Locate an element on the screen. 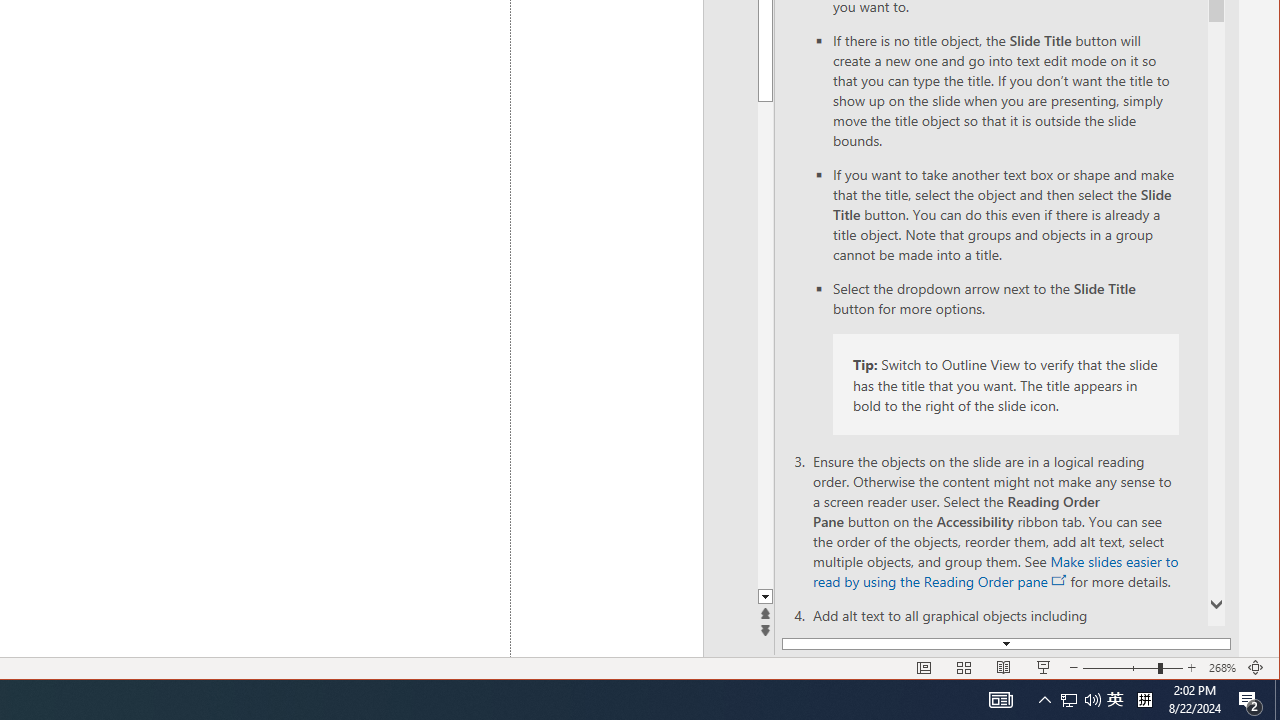 The height and width of the screenshot is (720, 1280). 'Zoom 268%' is located at coordinates (1221, 668).